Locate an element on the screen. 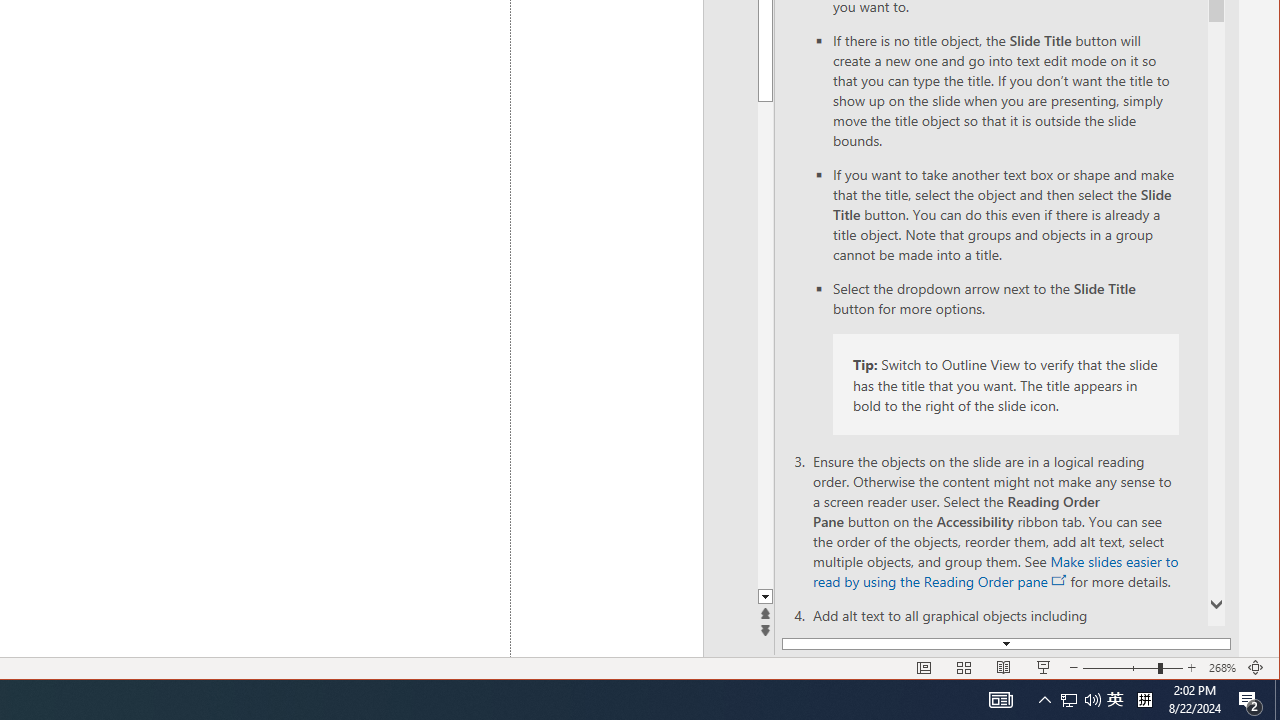 The height and width of the screenshot is (720, 1280). 'Zoom 268%' is located at coordinates (1221, 668).